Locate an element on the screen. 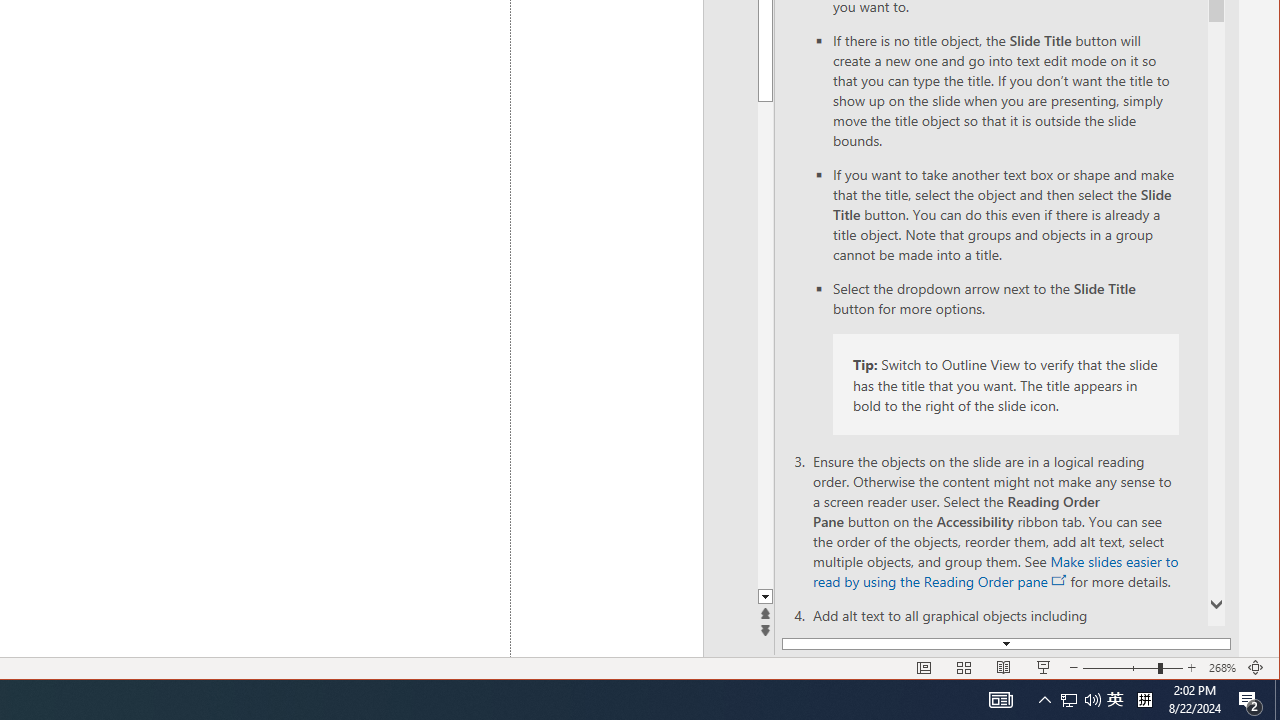 The height and width of the screenshot is (720, 1280). 'Zoom 268%' is located at coordinates (1221, 668).